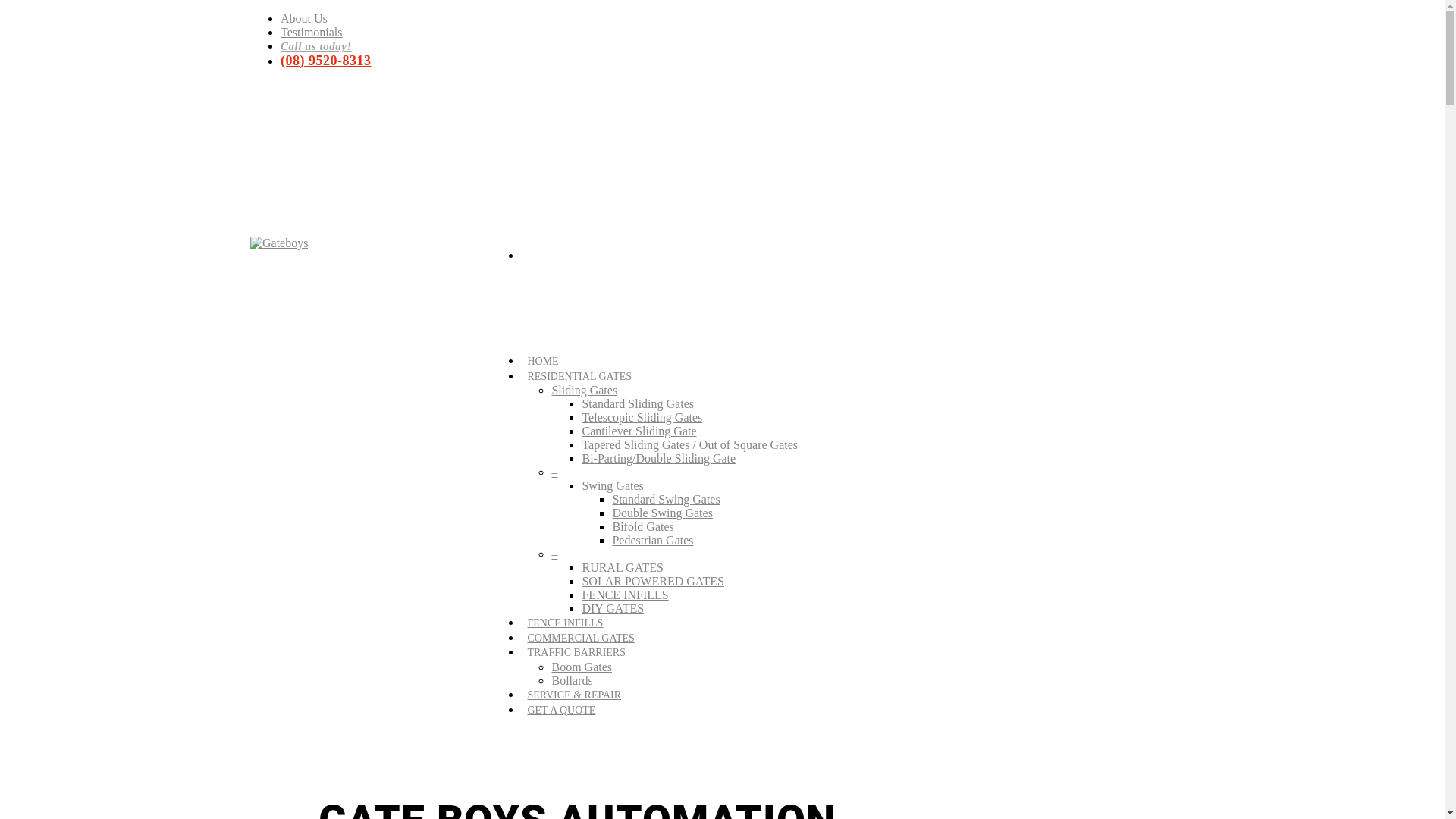 The height and width of the screenshot is (819, 1456). What do you see at coordinates (642, 526) in the screenshot?
I see `'Bifold Gates'` at bounding box center [642, 526].